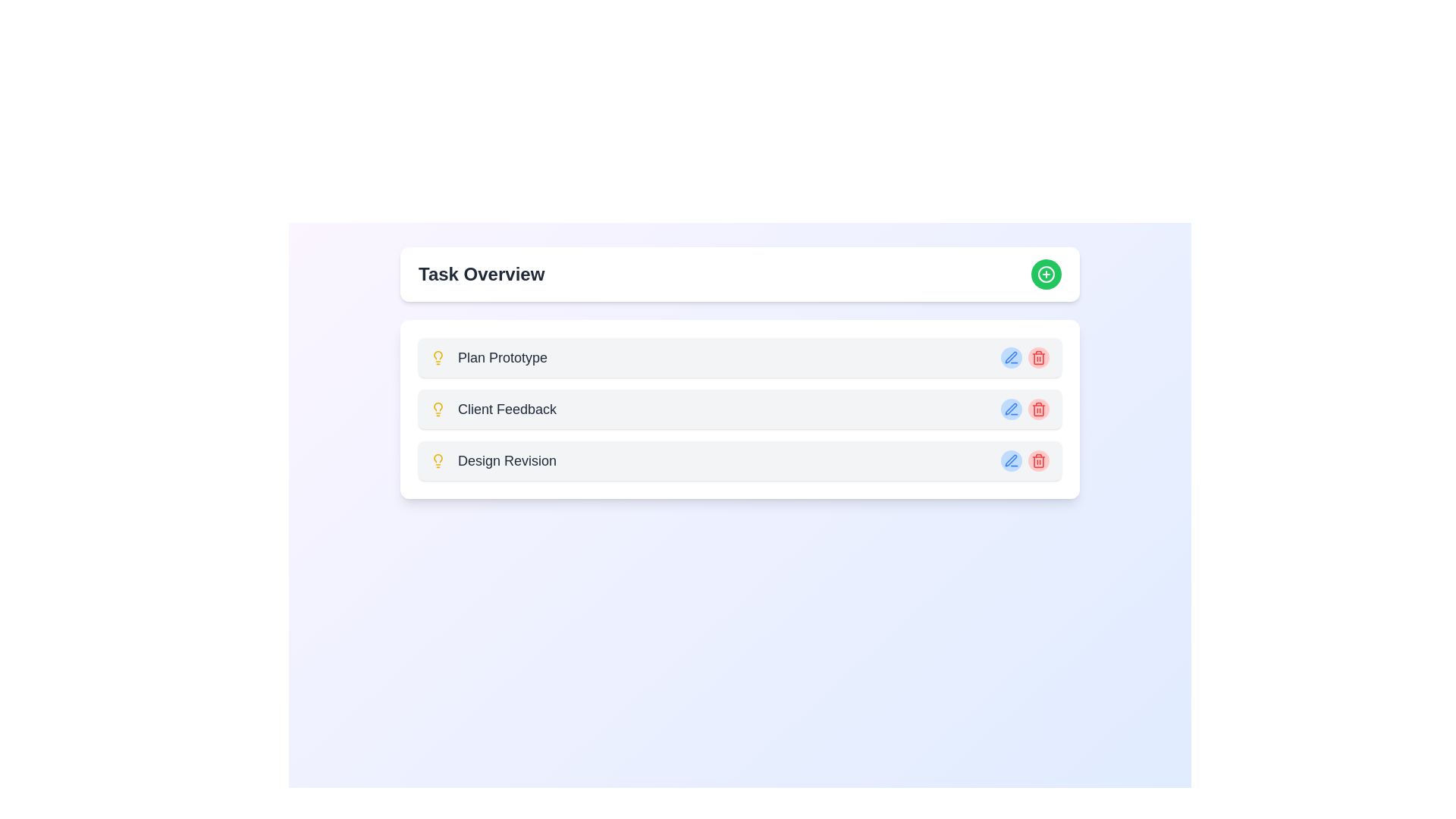  Describe the element at coordinates (507, 460) in the screenshot. I see `the 'Design Revision' text label, which is styled with a medium font weight and gray color, located to the right of a light bulb icon under the 'Task Overview' header` at that location.